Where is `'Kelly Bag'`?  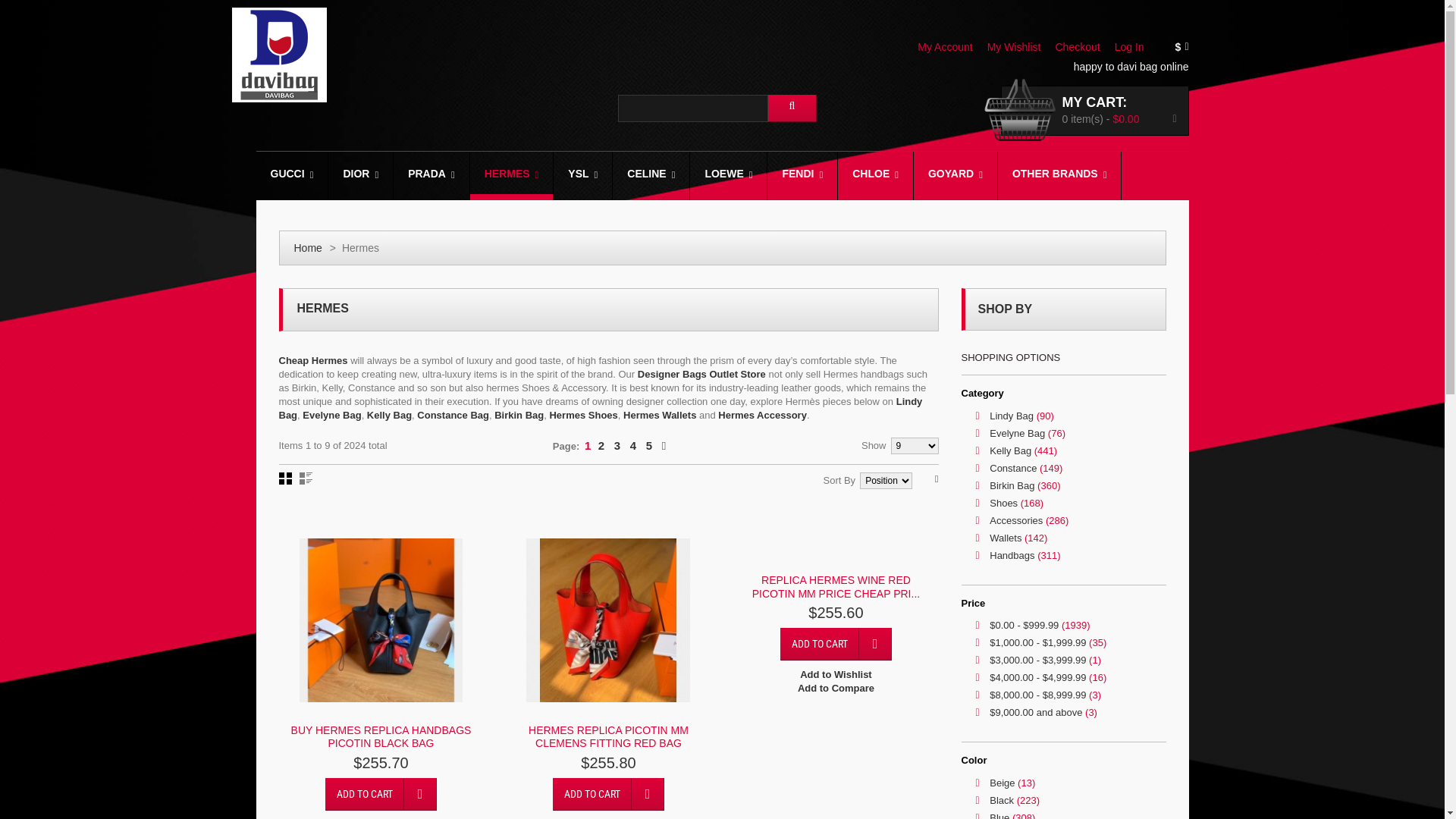 'Kelly Bag' is located at coordinates (389, 415).